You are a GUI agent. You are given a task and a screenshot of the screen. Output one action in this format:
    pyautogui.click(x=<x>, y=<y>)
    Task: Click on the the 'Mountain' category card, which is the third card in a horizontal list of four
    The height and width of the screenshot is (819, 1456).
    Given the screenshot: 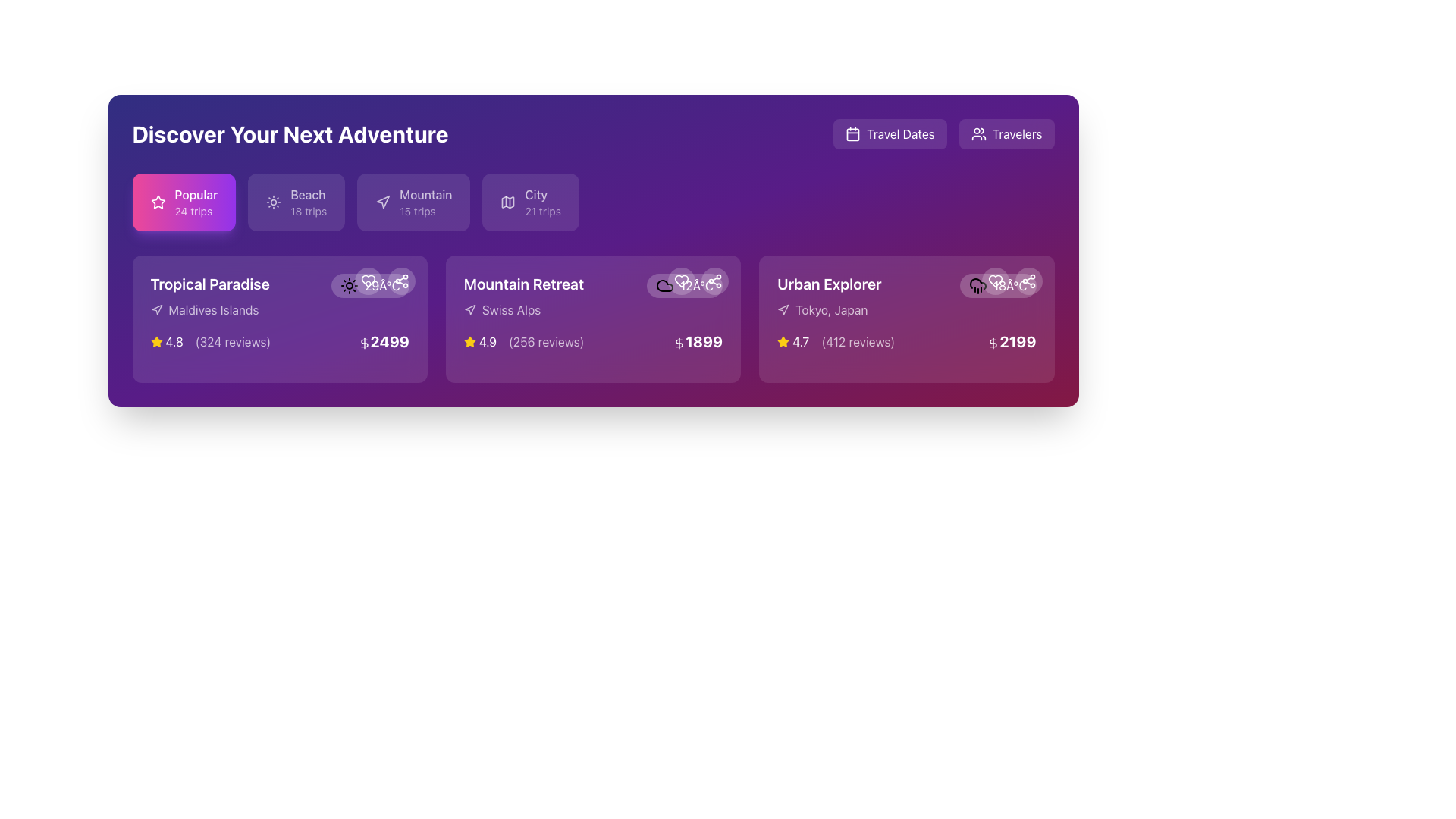 What is the action you would take?
    pyautogui.click(x=413, y=201)
    